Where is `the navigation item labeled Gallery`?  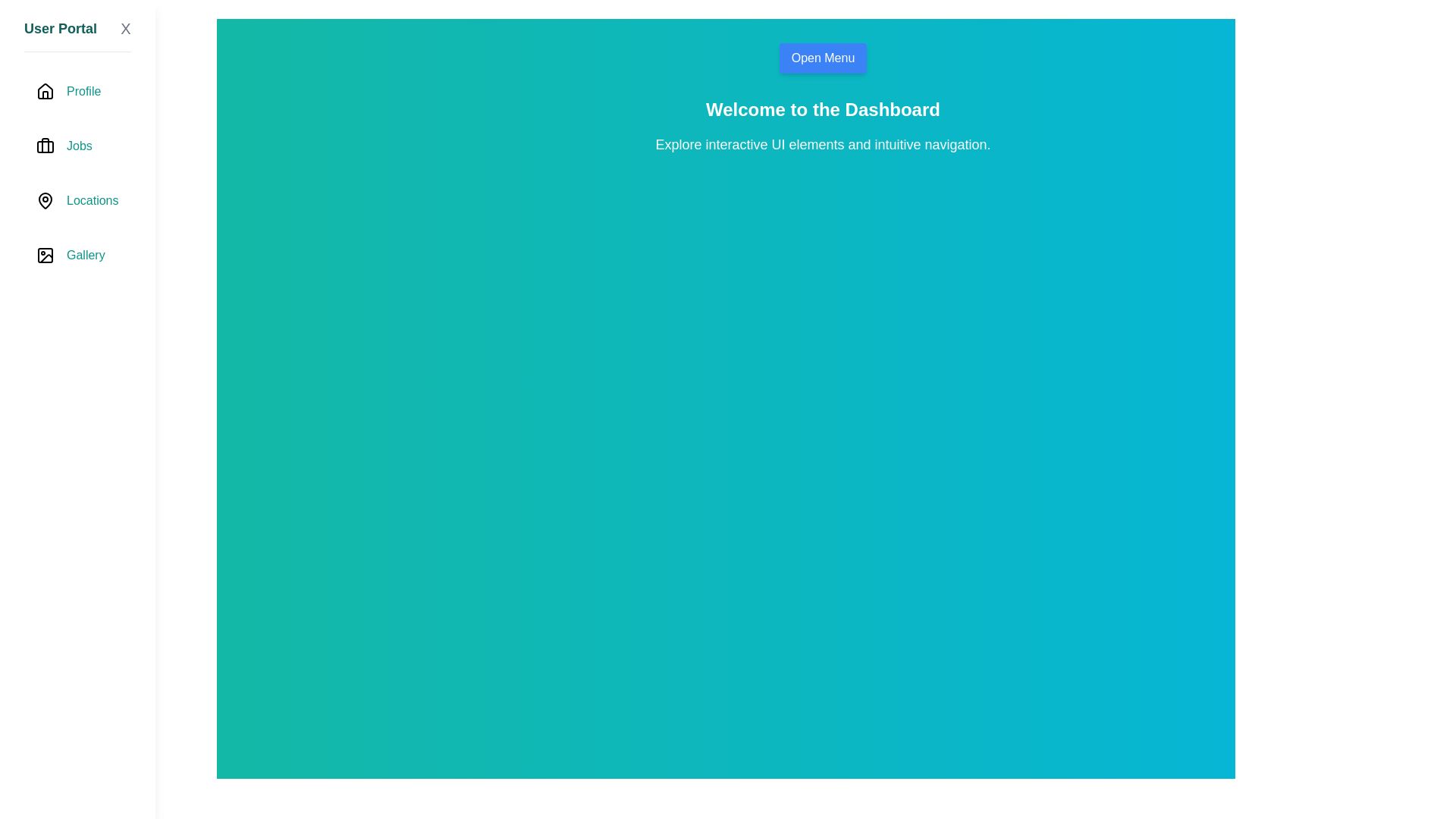 the navigation item labeled Gallery is located at coordinates (77, 254).